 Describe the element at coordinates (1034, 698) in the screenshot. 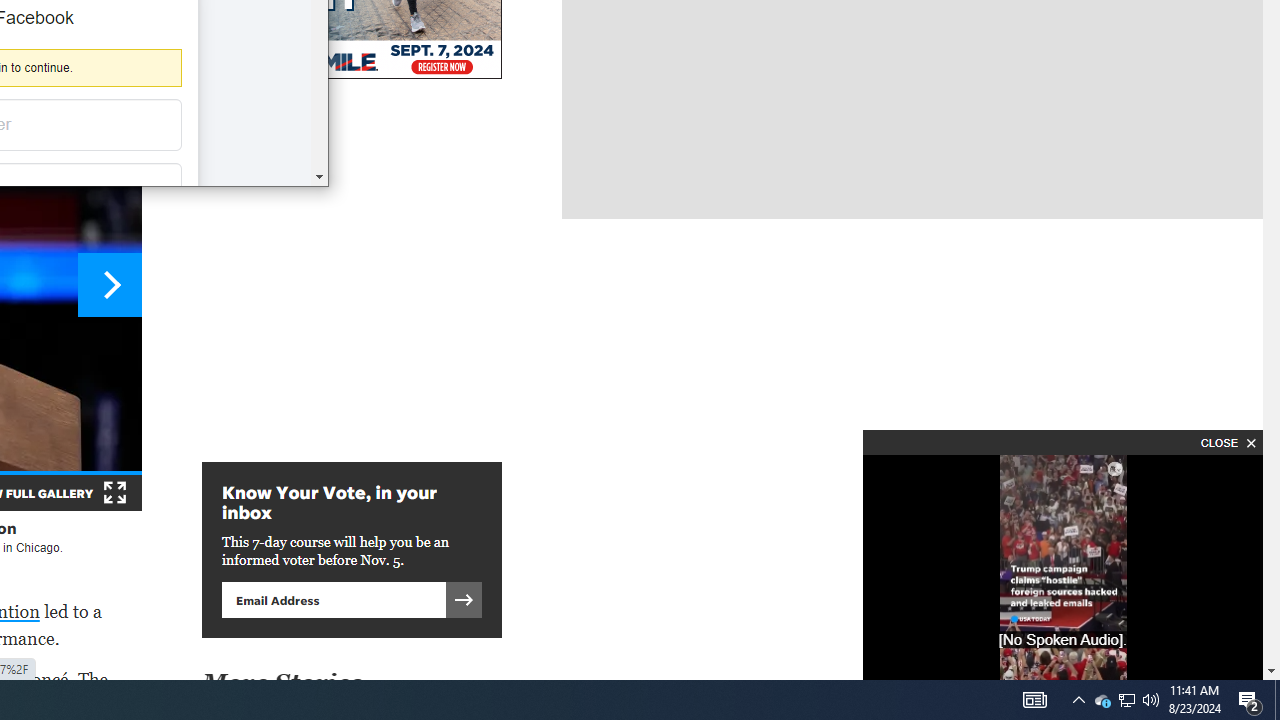

I see `'AutomationID: 4105'` at that location.